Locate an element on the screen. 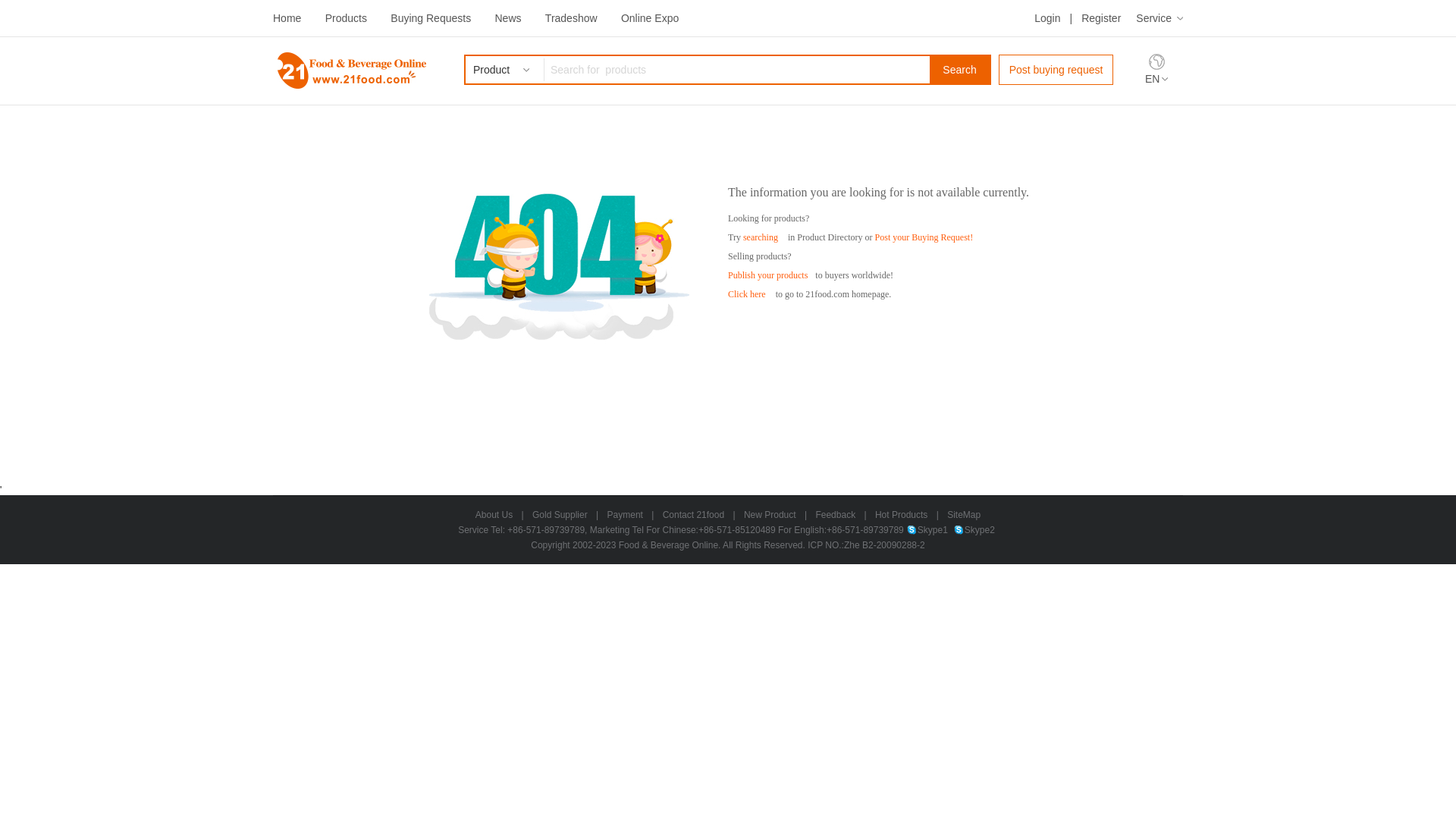 This screenshot has width=1456, height=819. 'Hot Products' is located at coordinates (874, 513).